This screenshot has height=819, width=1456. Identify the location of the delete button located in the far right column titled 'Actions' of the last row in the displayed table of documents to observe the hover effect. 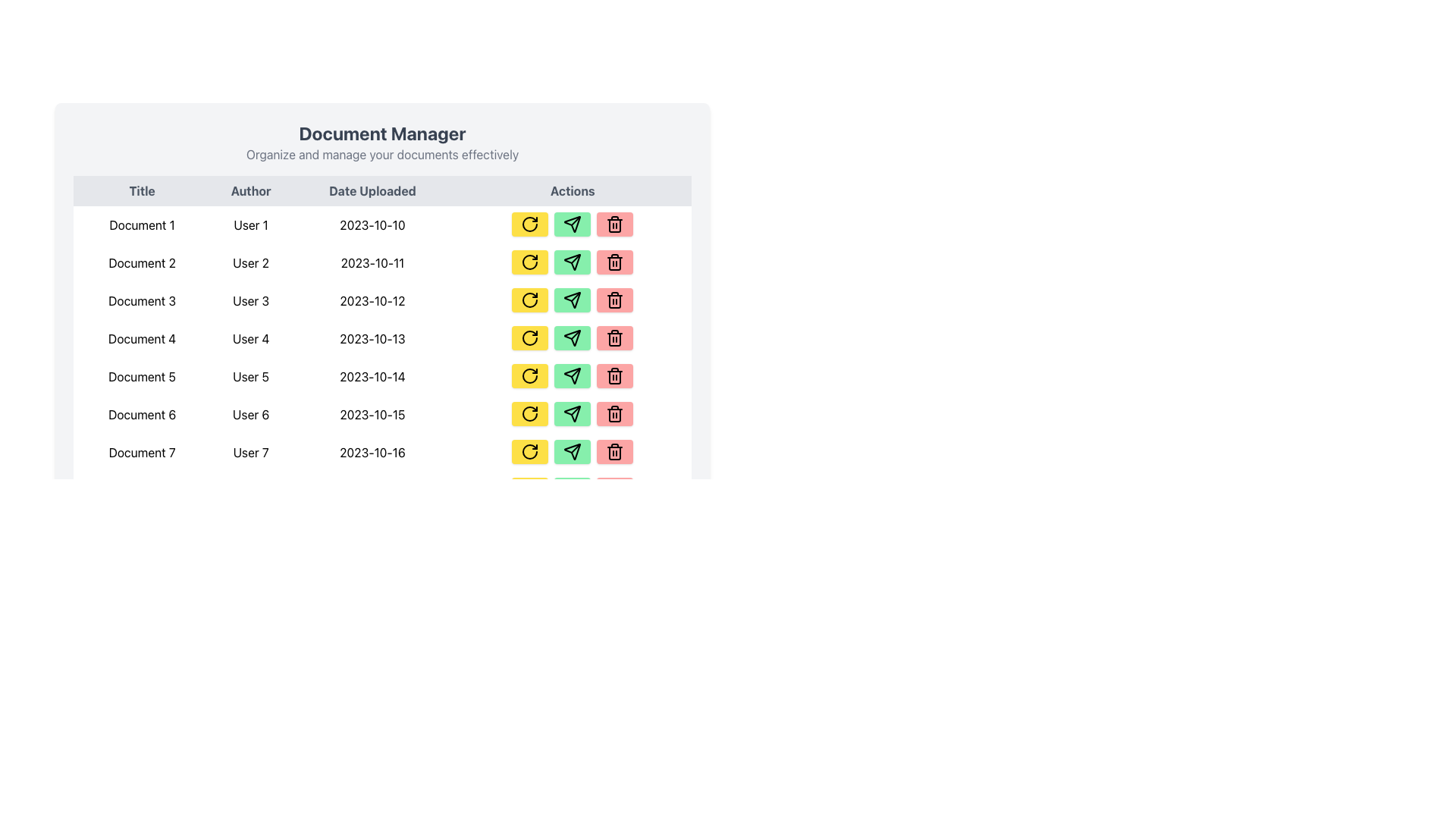
(615, 641).